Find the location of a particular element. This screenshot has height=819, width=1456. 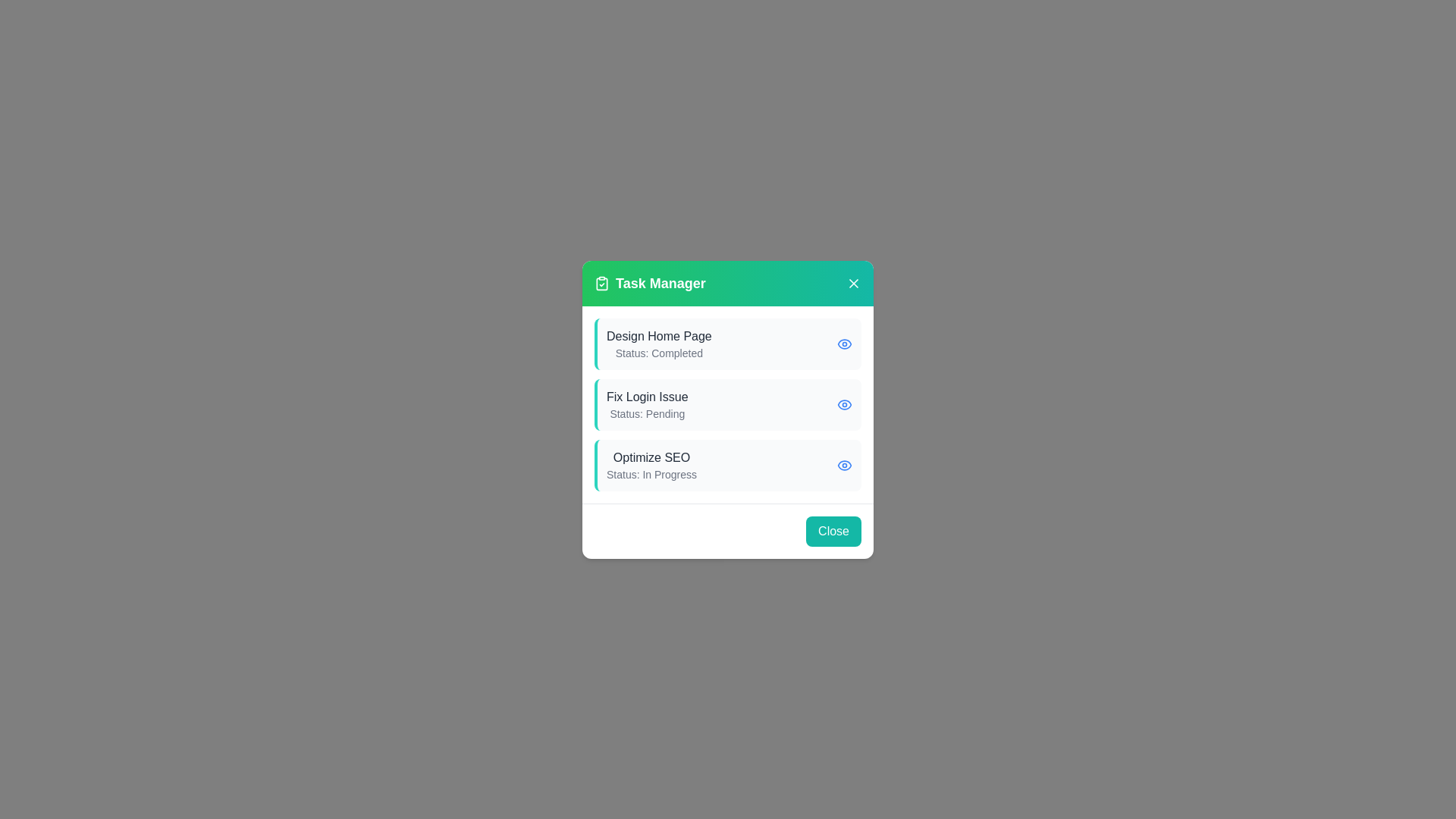

the close button located at the bottom-right corner of the 'Task Manager' modal to visualize the hover color change is located at coordinates (833, 530).